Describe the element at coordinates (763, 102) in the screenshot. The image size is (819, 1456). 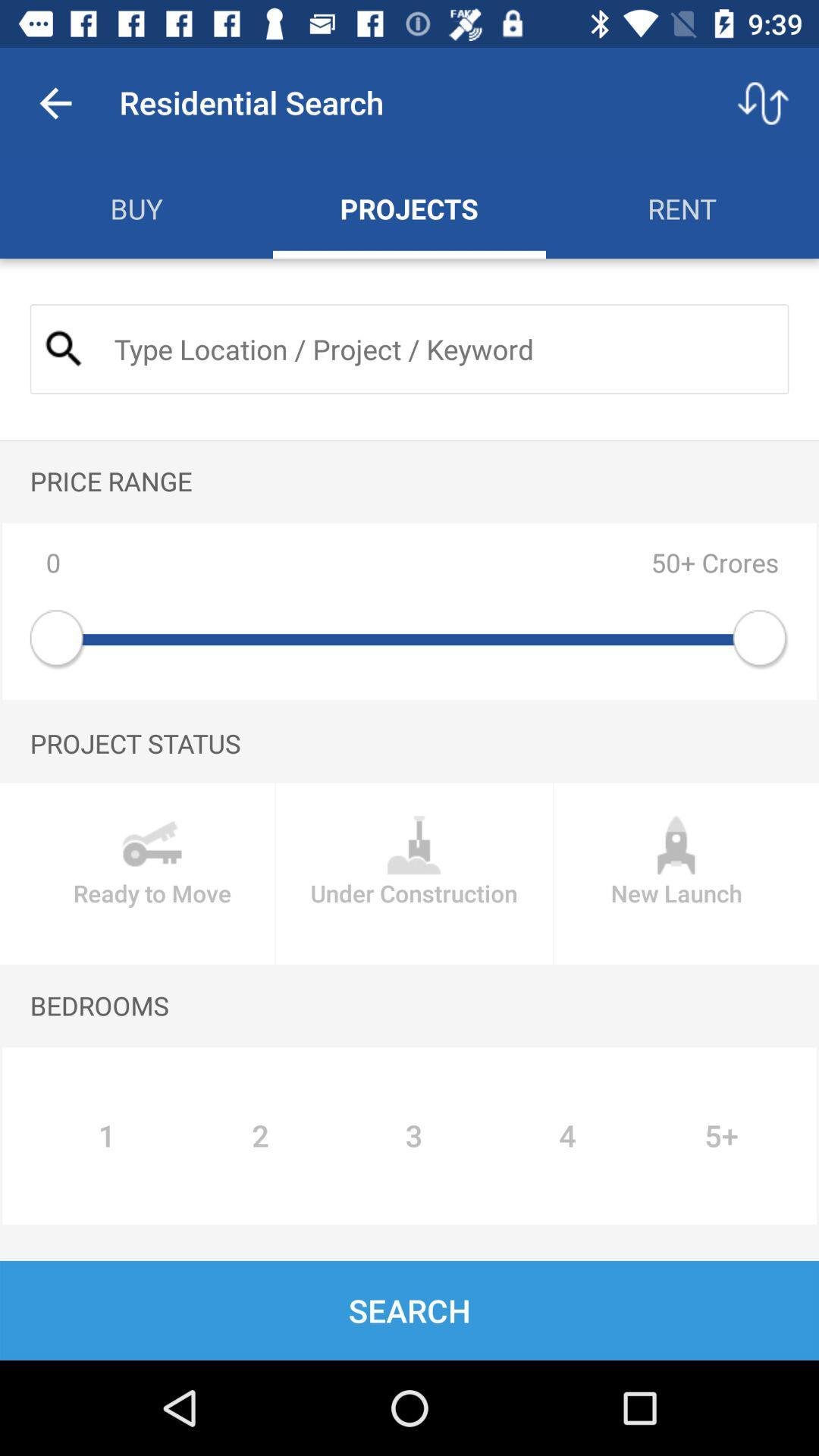
I see `the icon above the rent` at that location.